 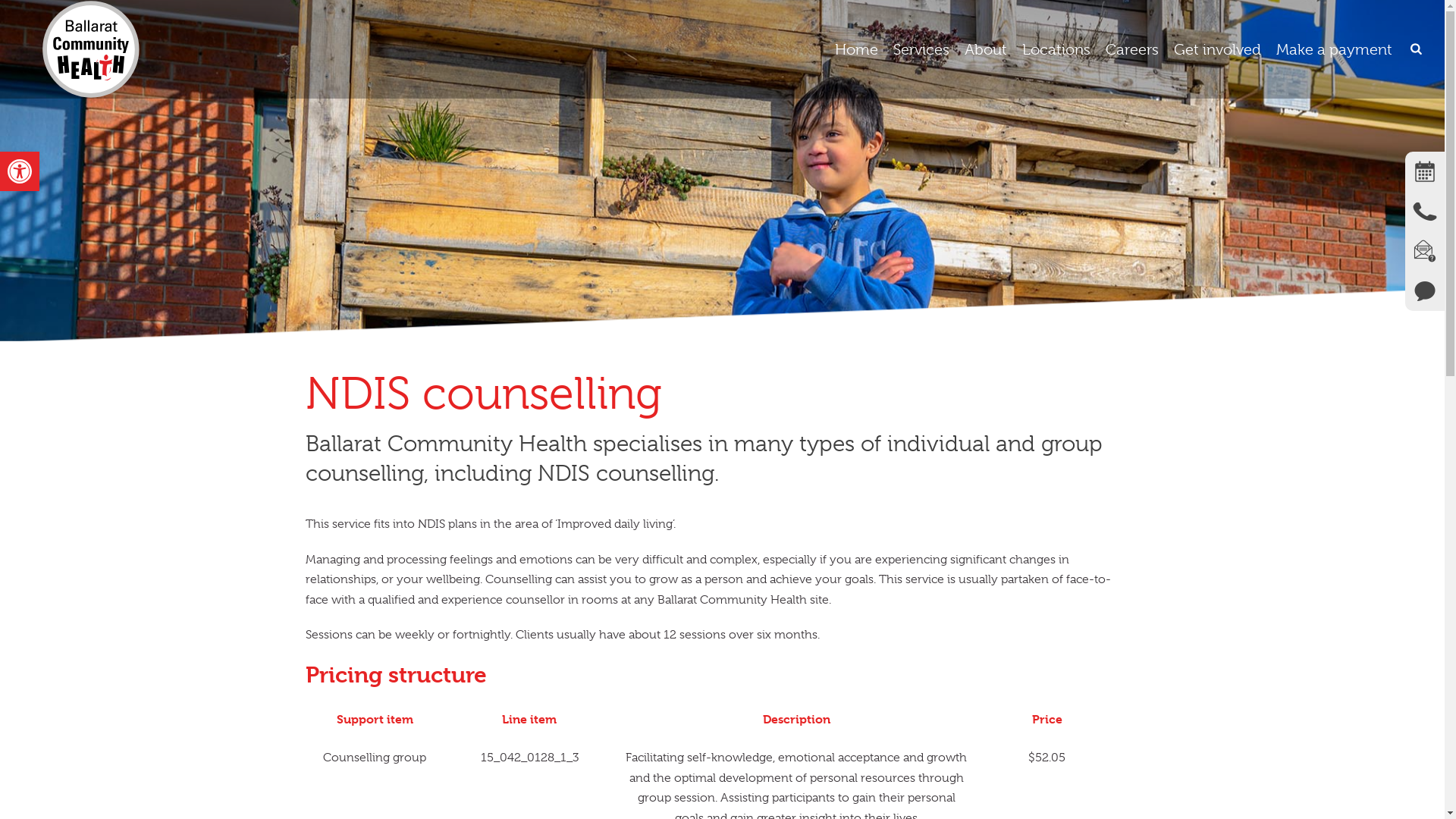 I want to click on 'Make a payment', so click(x=1333, y=49).